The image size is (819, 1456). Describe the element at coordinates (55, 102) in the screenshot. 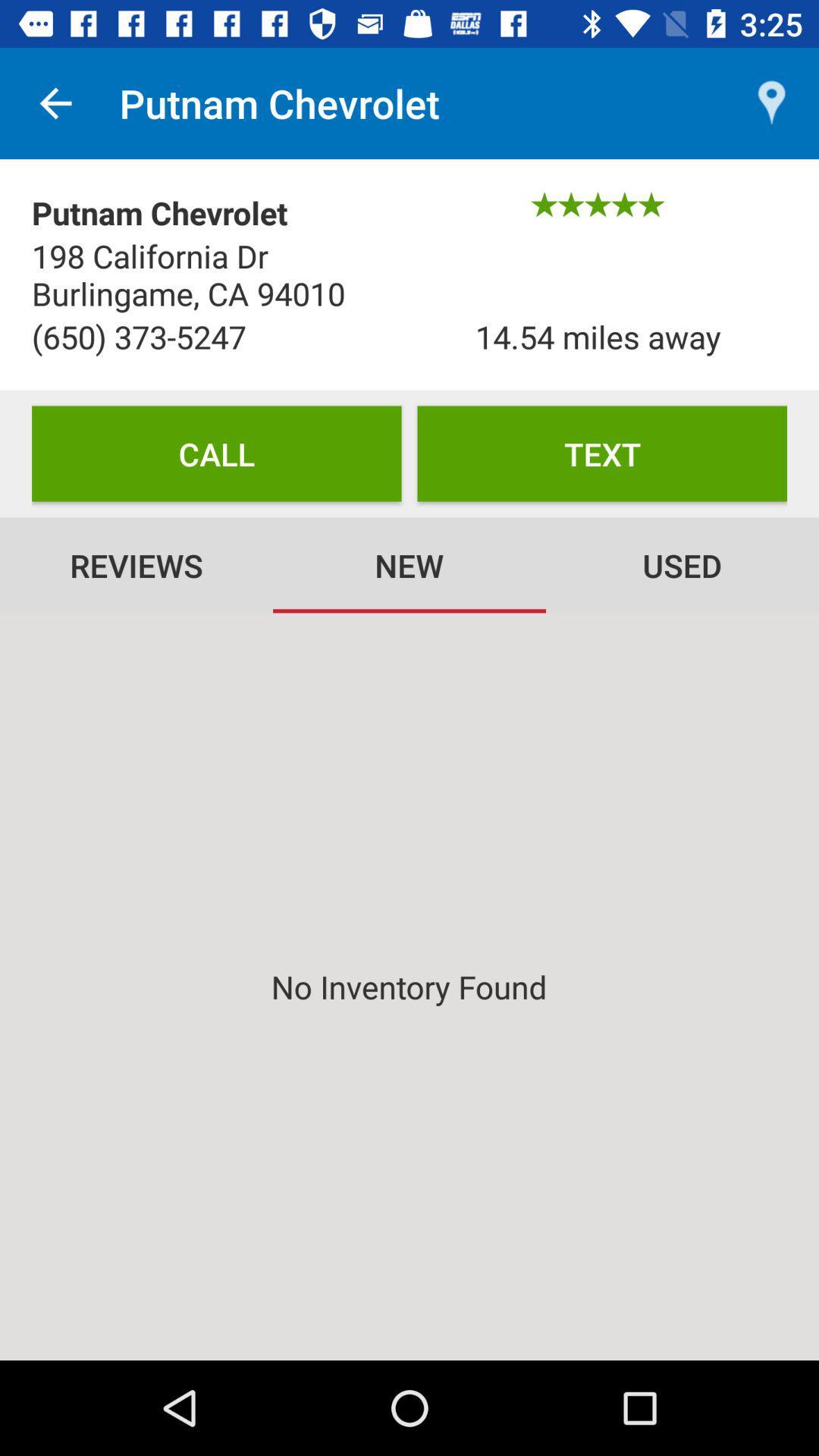

I see `icon to the left of putnam chevrolet app` at that location.